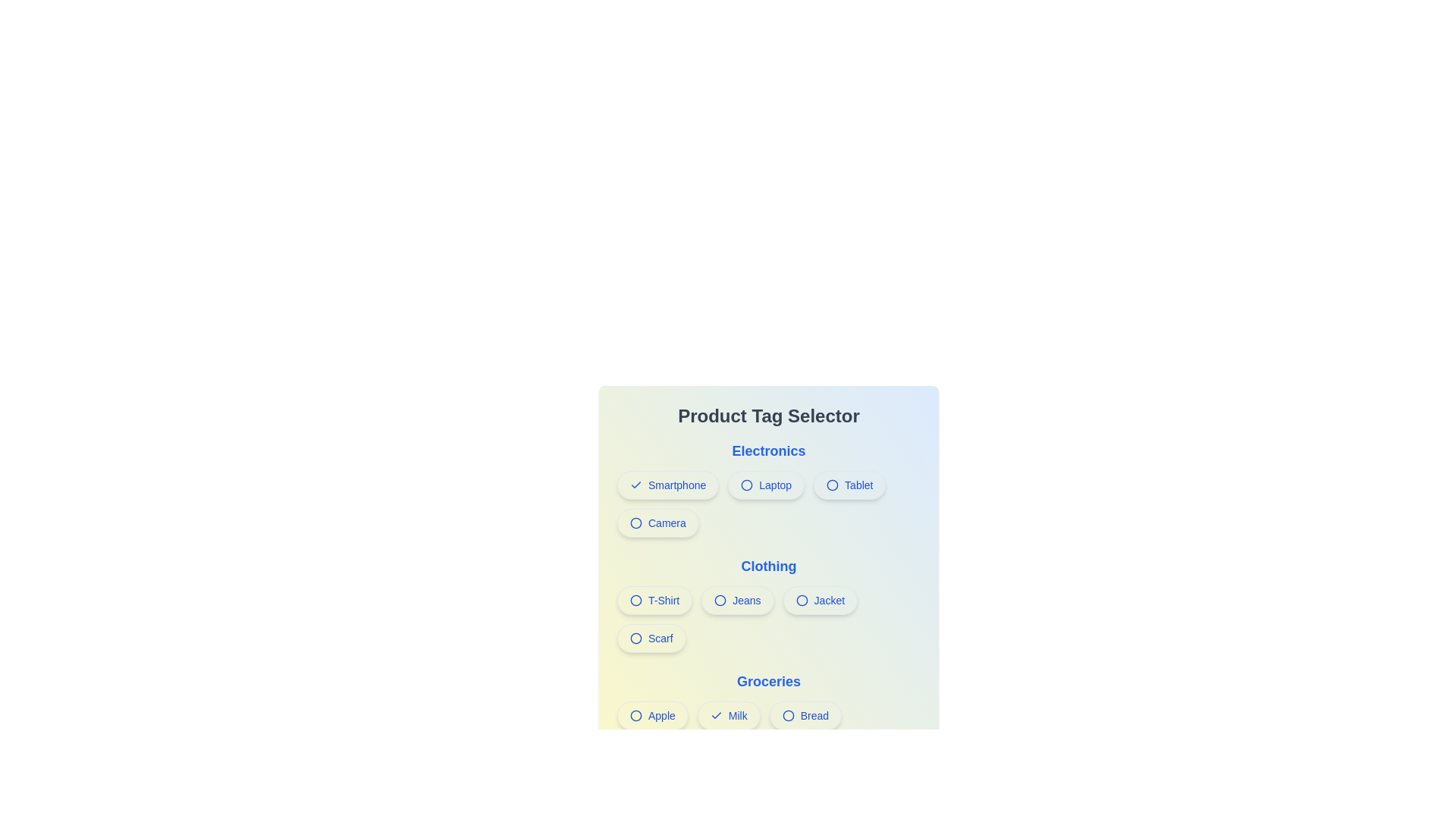 The height and width of the screenshot is (819, 1456). I want to click on the 'Laptop' radio button, so click(766, 485).